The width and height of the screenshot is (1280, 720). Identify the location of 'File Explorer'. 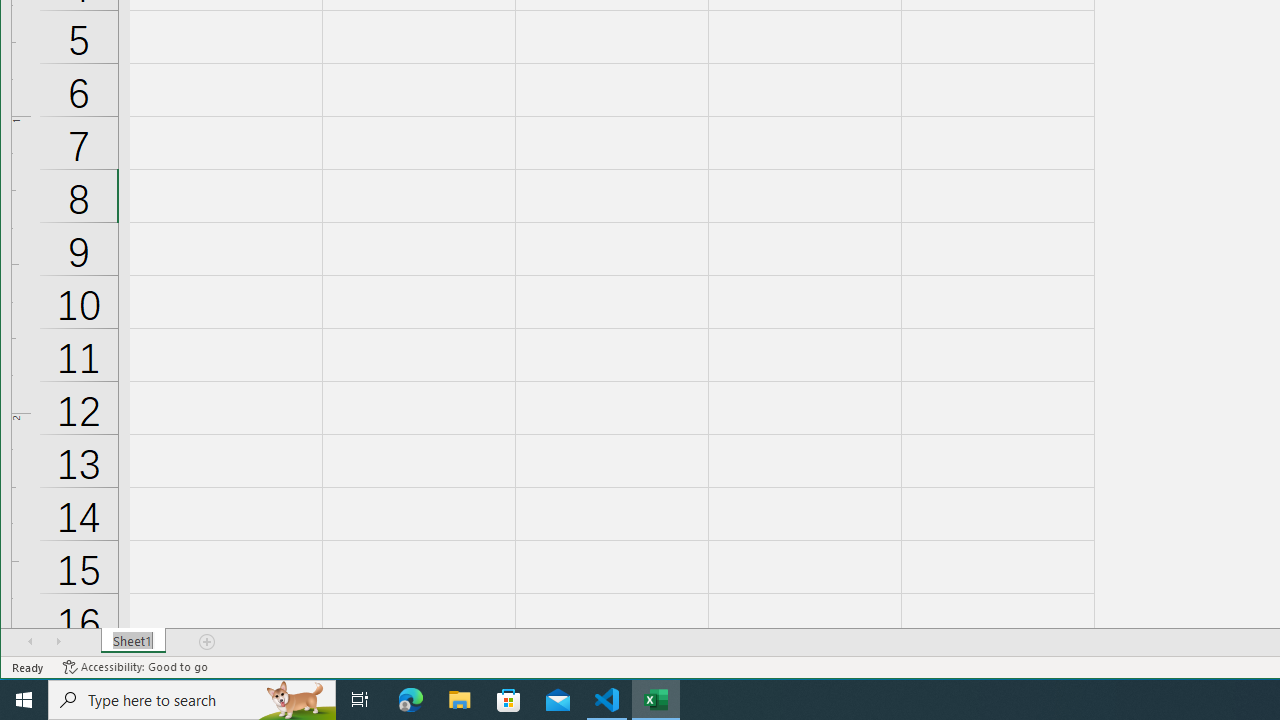
(459, 698).